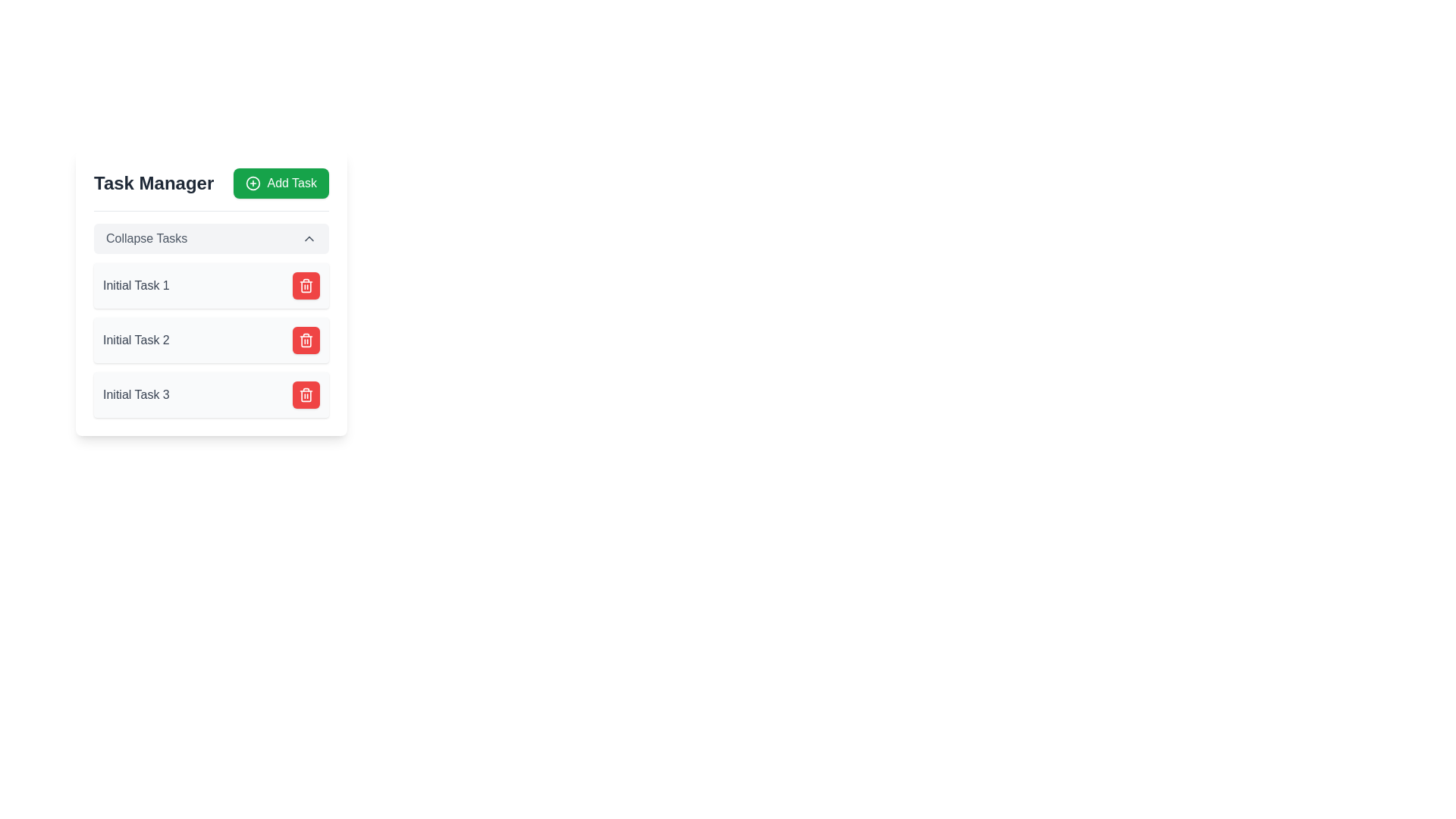 The width and height of the screenshot is (1456, 819). Describe the element at coordinates (305, 287) in the screenshot. I see `the middle delete button for a task entry, which is represented by a red SVG icon for the delete action` at that location.